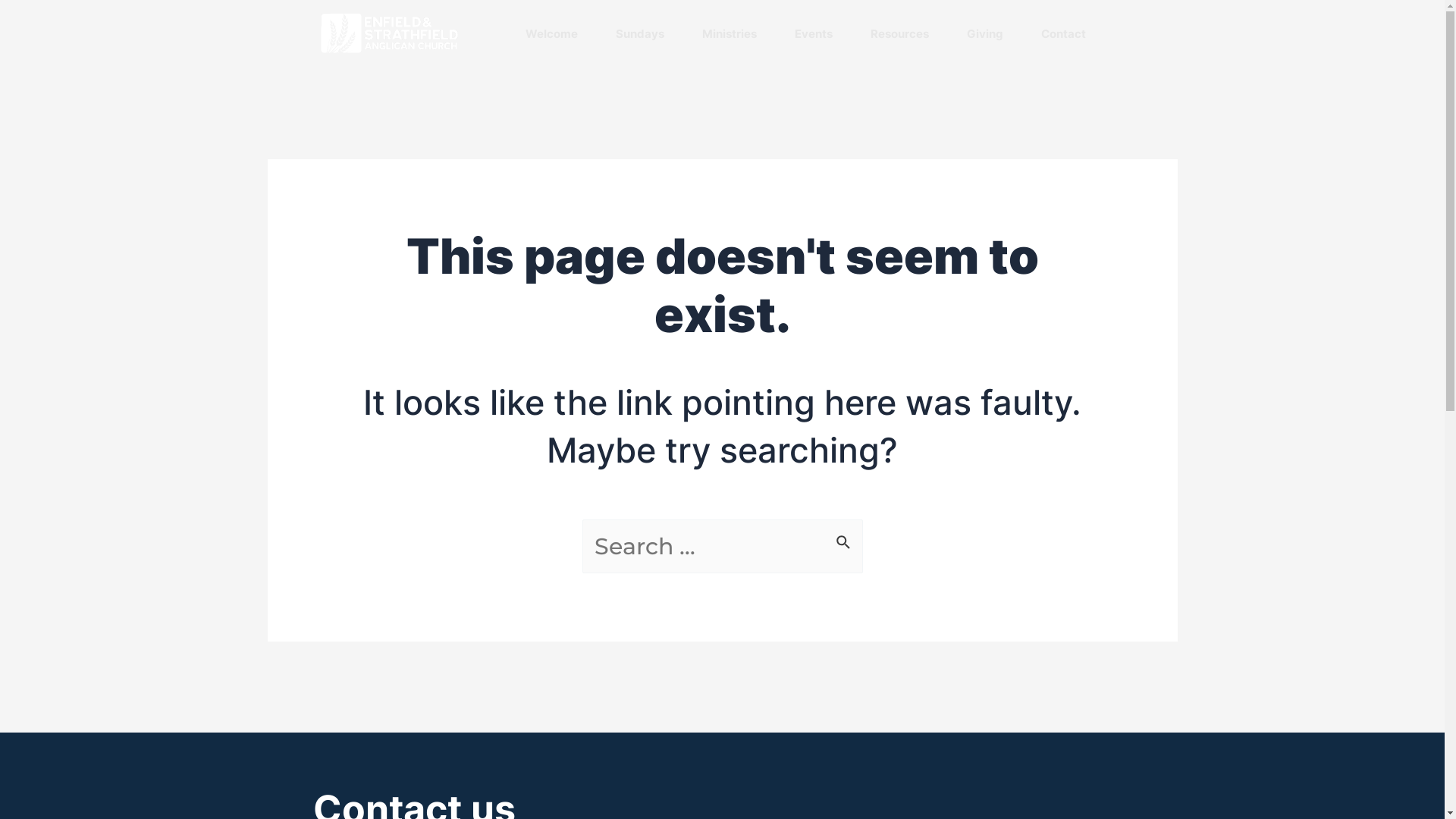  Describe the element at coordinates (899, 33) in the screenshot. I see `'Resources'` at that location.